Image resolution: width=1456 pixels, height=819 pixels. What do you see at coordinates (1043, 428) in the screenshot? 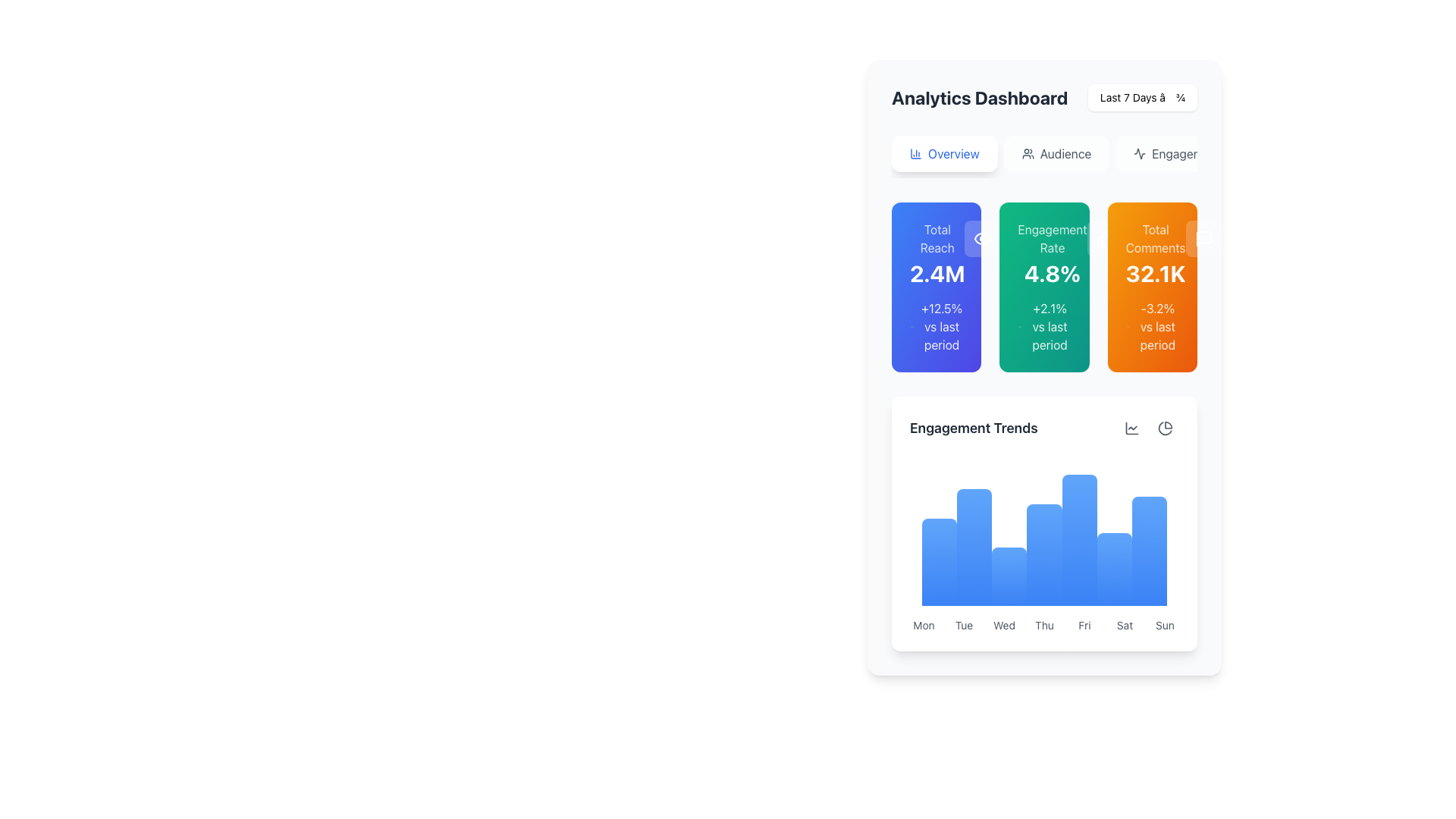
I see `the text label that serves as a title or heading for 'Engagement Trends' in the dashboard for accessibility` at bounding box center [1043, 428].